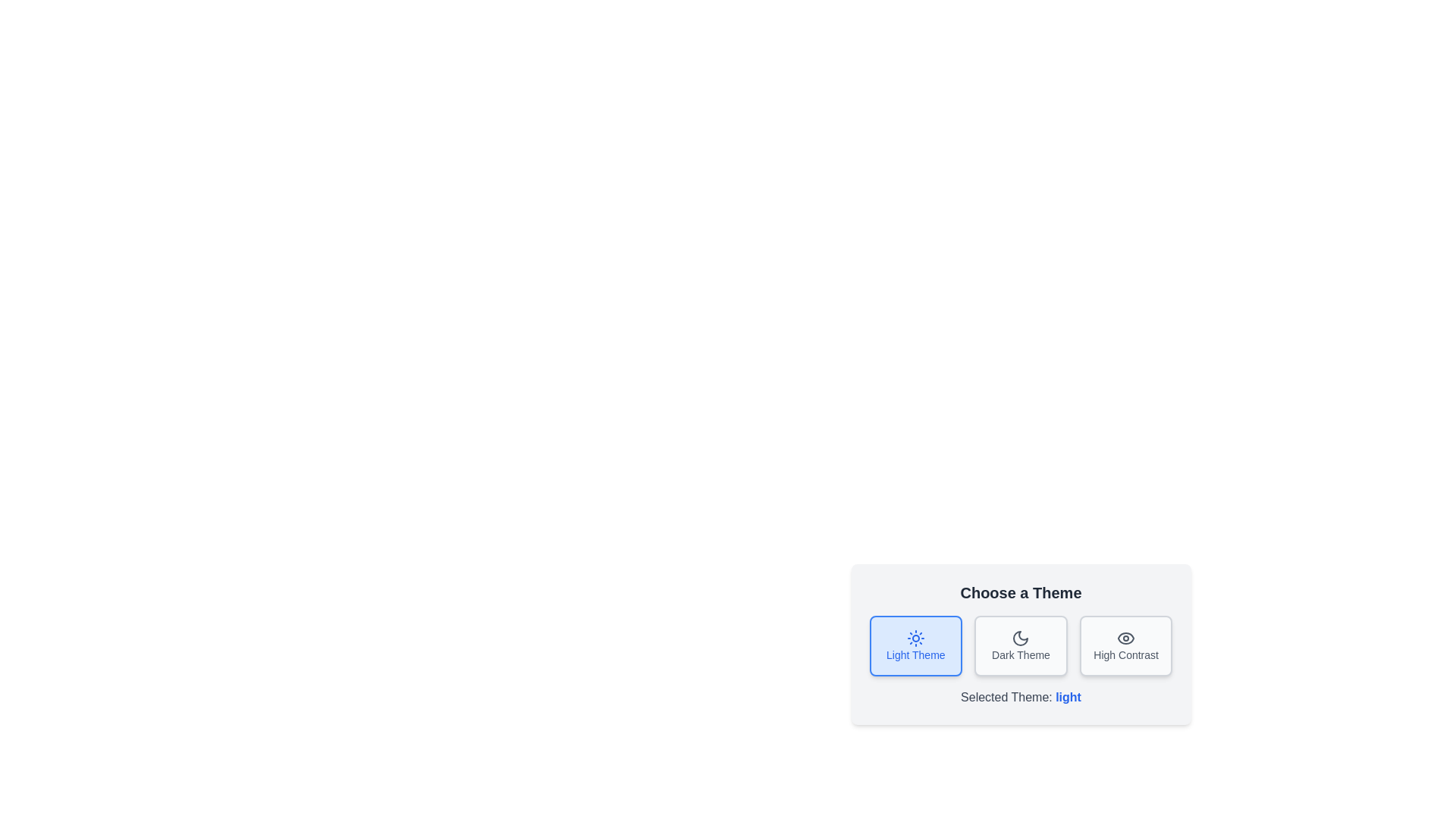 This screenshot has width=1456, height=819. Describe the element at coordinates (1126, 646) in the screenshot. I see `the theme corresponding to High Contrast by clicking the respective button` at that location.